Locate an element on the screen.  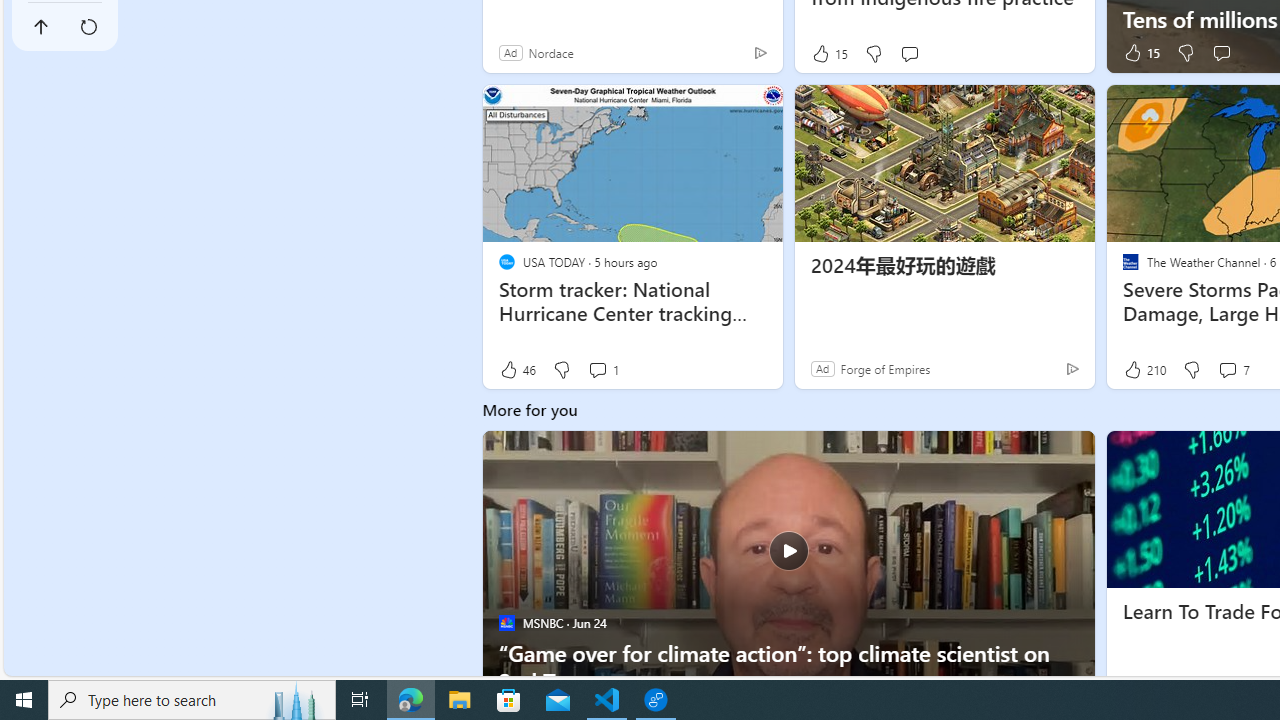
'USA TODAY' is located at coordinates (506, 261).